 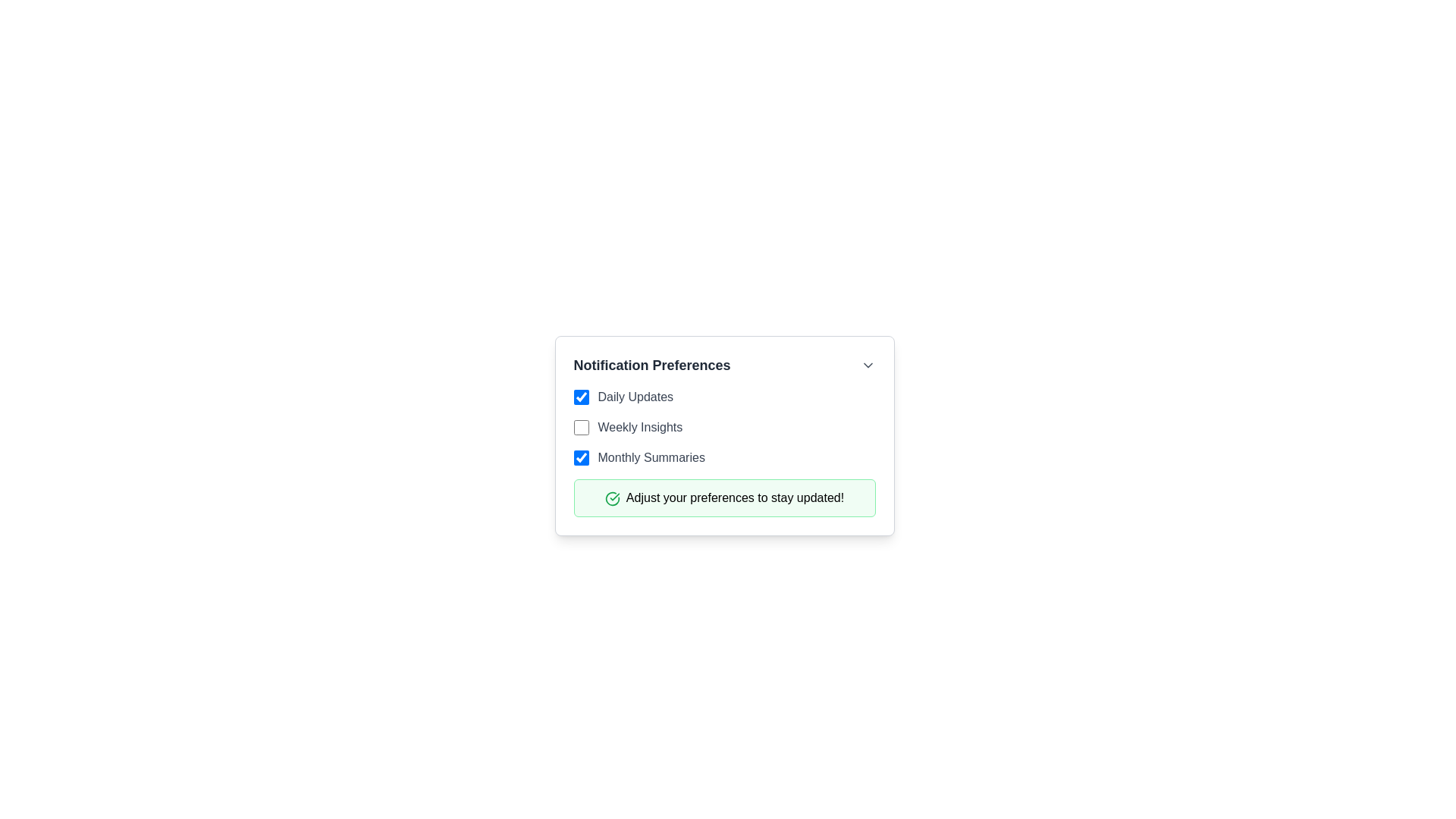 I want to click on the Dropdown indicator icon located on the rightmost side of the 'Notification Preferences' header, so click(x=868, y=366).